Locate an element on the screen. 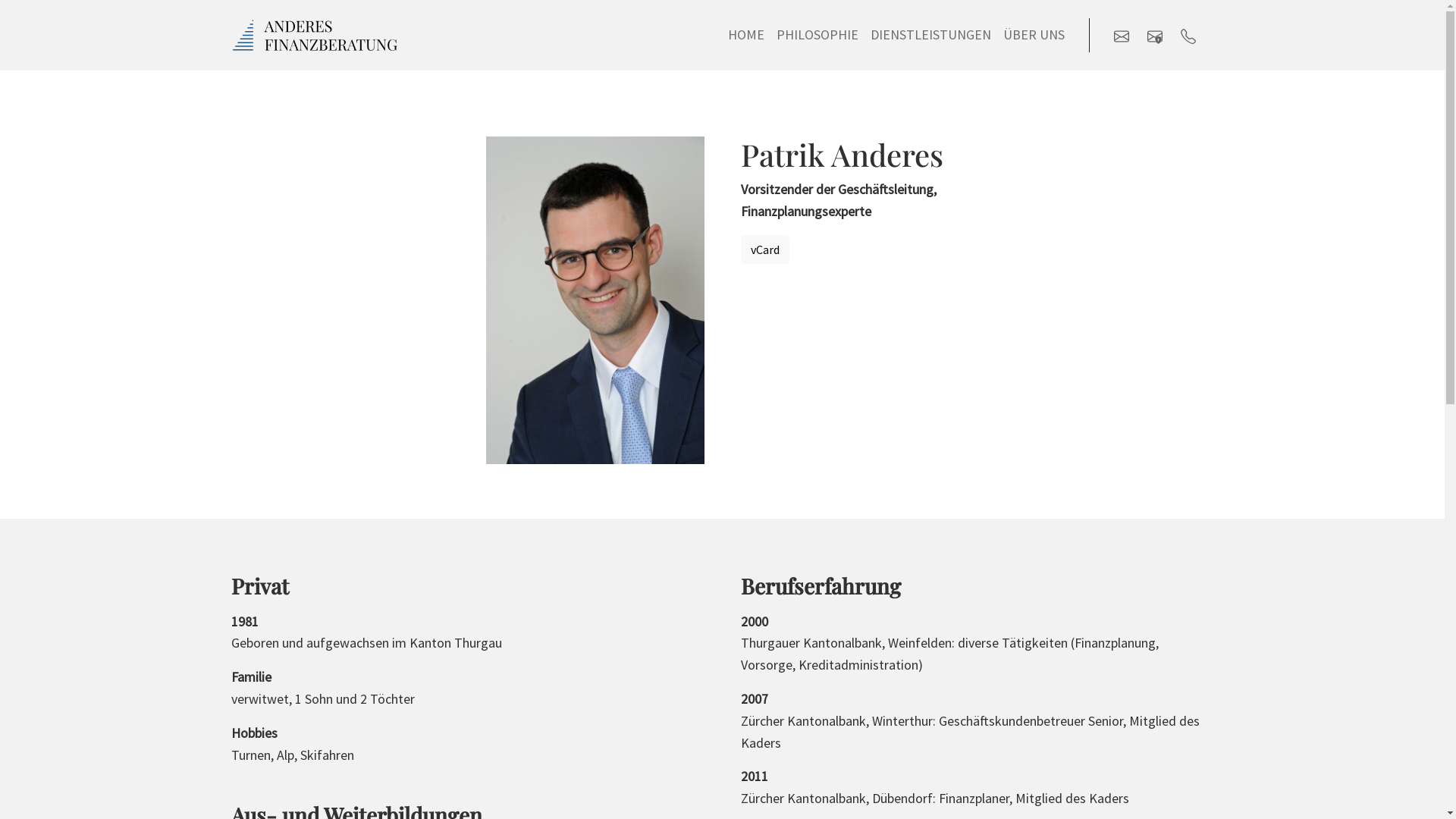 The height and width of the screenshot is (819, 1456). 'vCard' is located at coordinates (764, 248).